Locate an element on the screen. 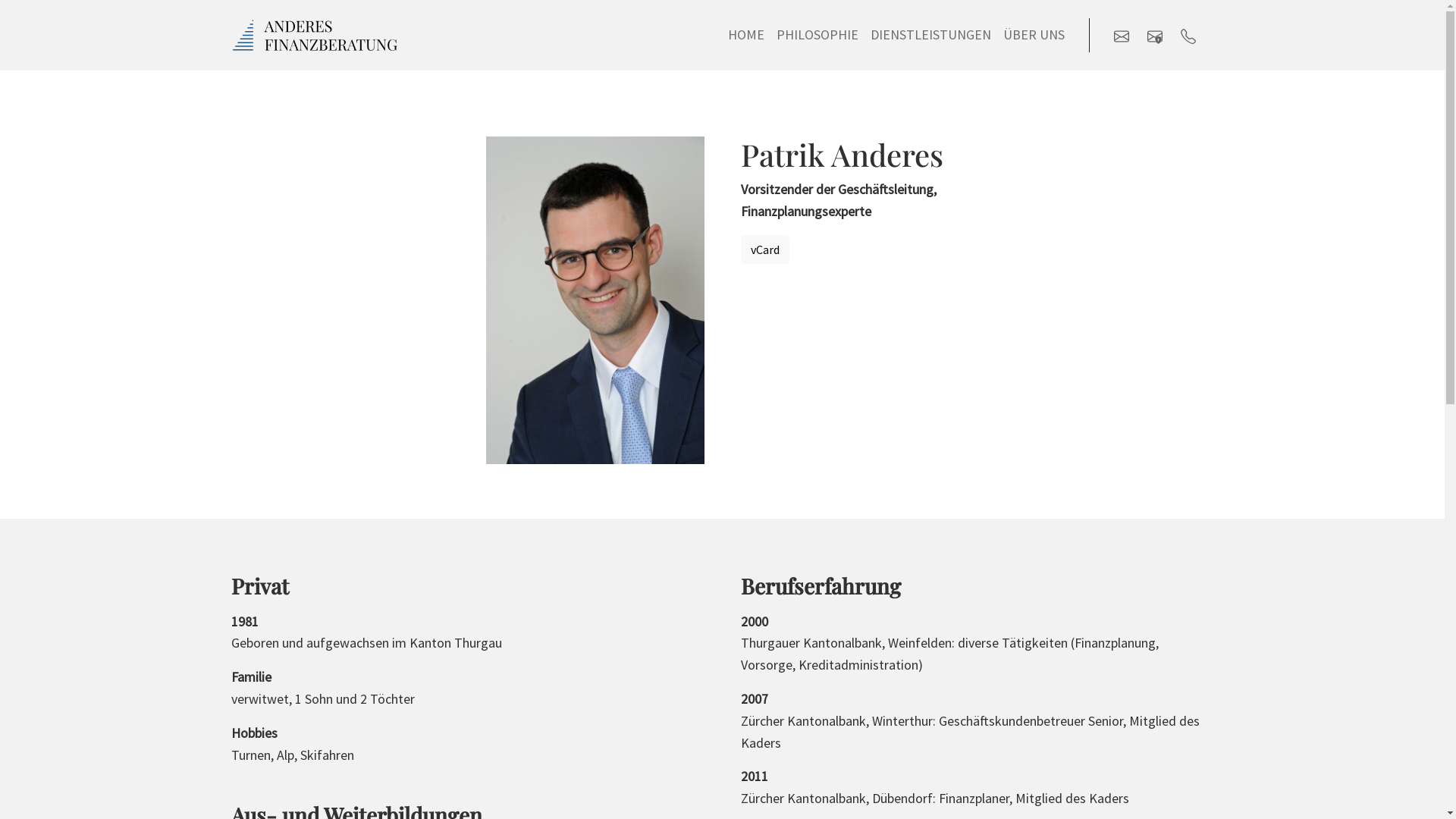 The height and width of the screenshot is (819, 1456). 'vCard' is located at coordinates (764, 248).